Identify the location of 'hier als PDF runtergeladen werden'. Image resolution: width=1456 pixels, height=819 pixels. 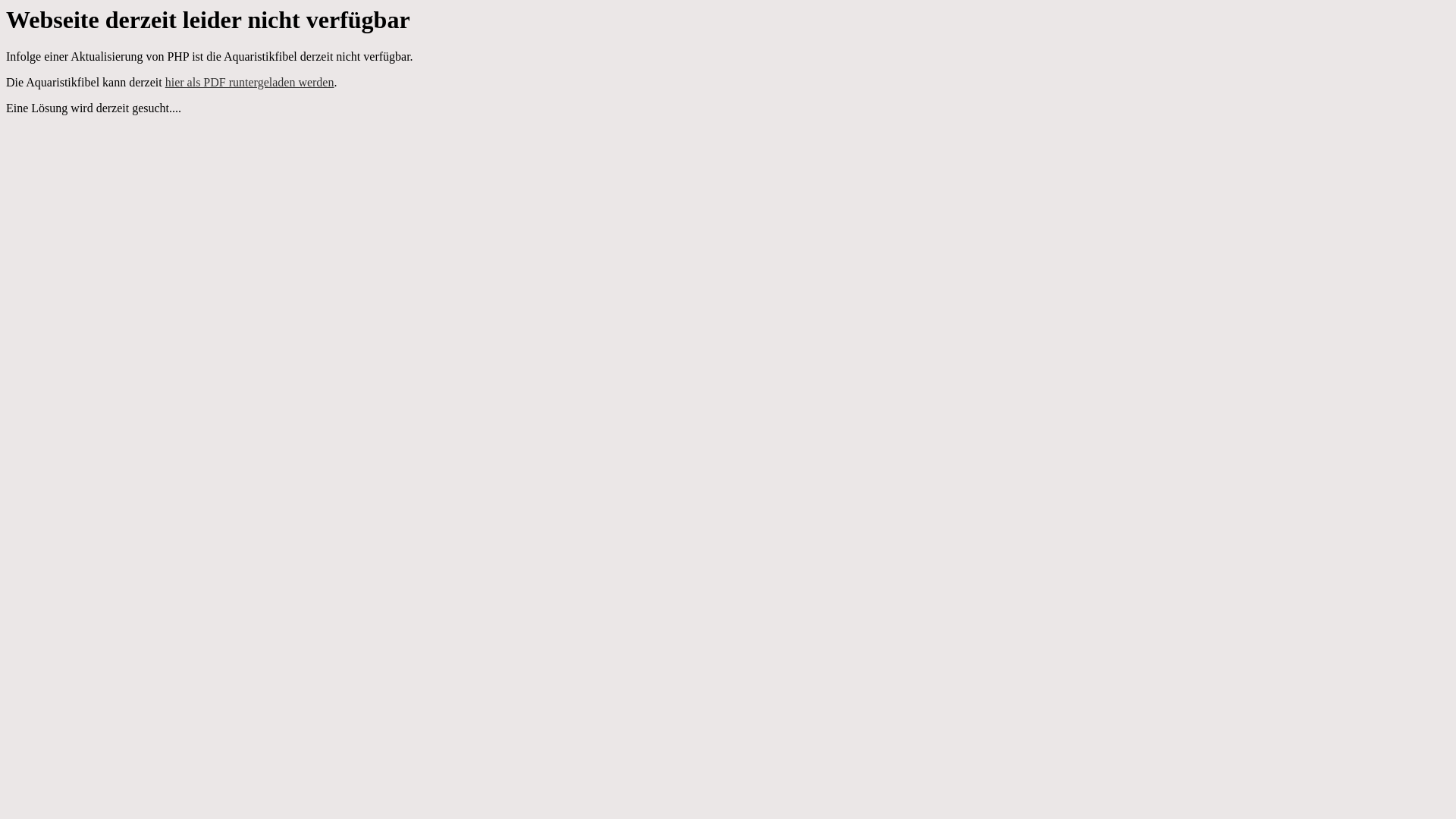
(165, 82).